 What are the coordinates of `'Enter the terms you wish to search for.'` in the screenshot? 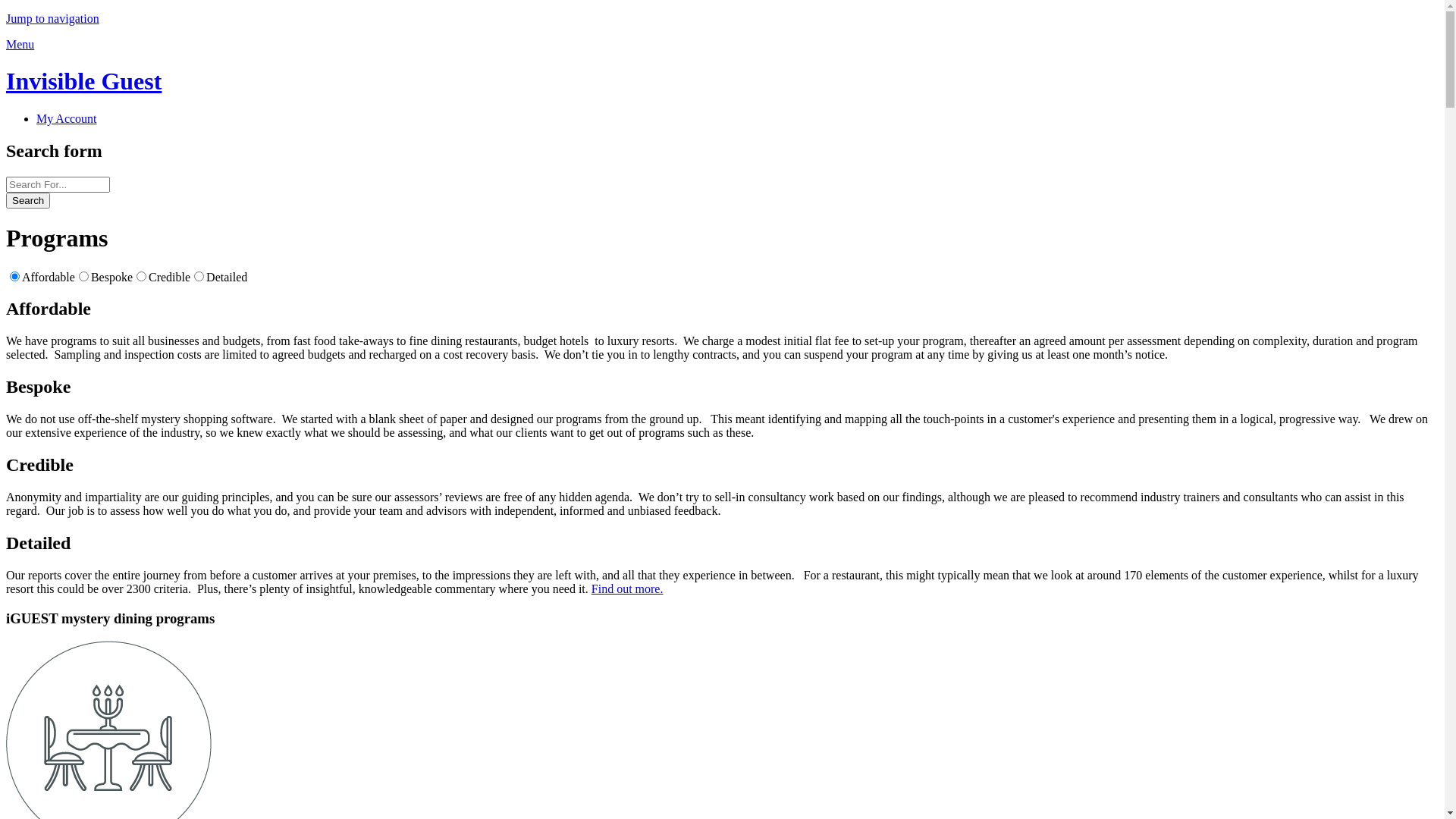 It's located at (58, 184).